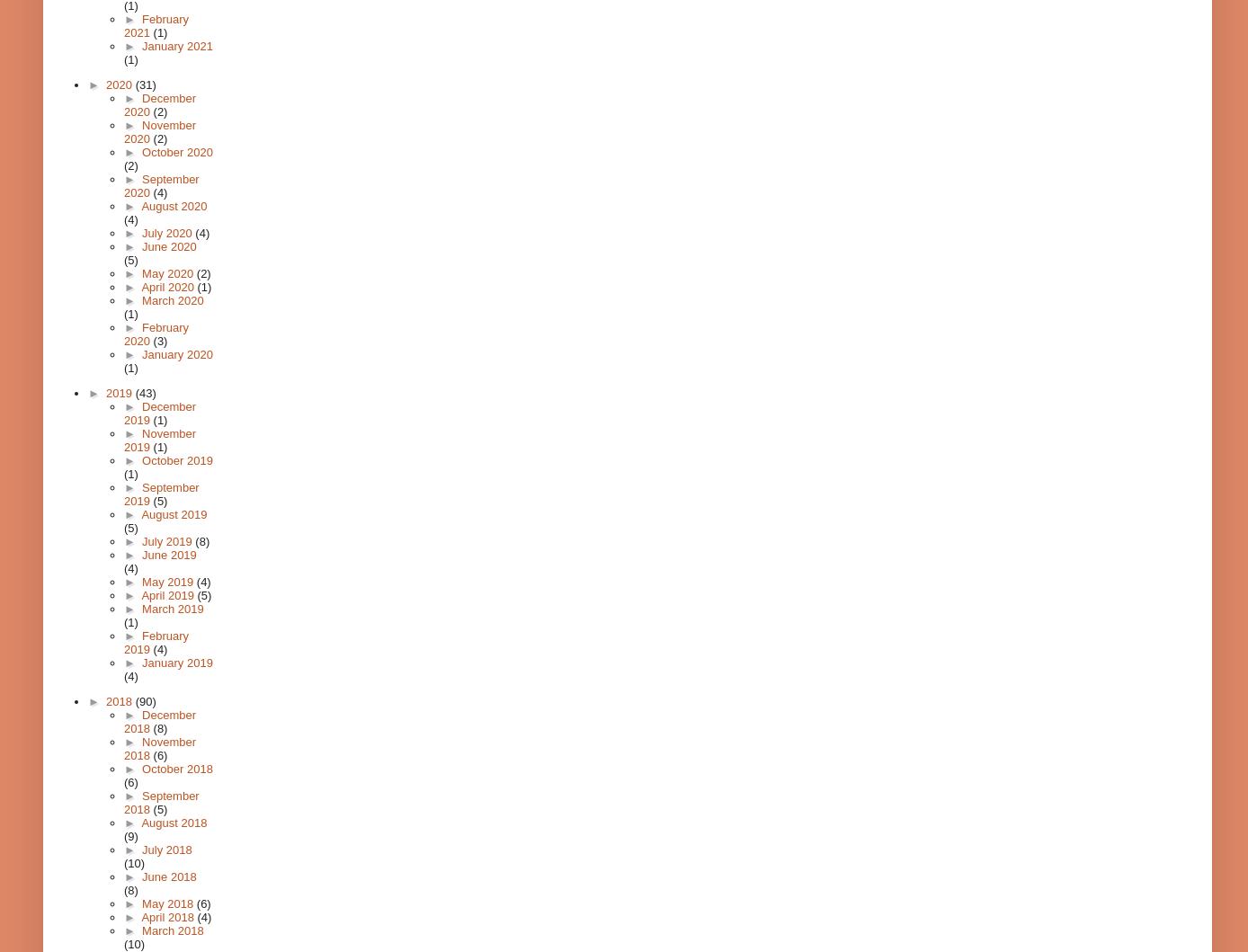 This screenshot has width=1248, height=952. What do you see at coordinates (171, 930) in the screenshot?
I see `'March 2018'` at bounding box center [171, 930].